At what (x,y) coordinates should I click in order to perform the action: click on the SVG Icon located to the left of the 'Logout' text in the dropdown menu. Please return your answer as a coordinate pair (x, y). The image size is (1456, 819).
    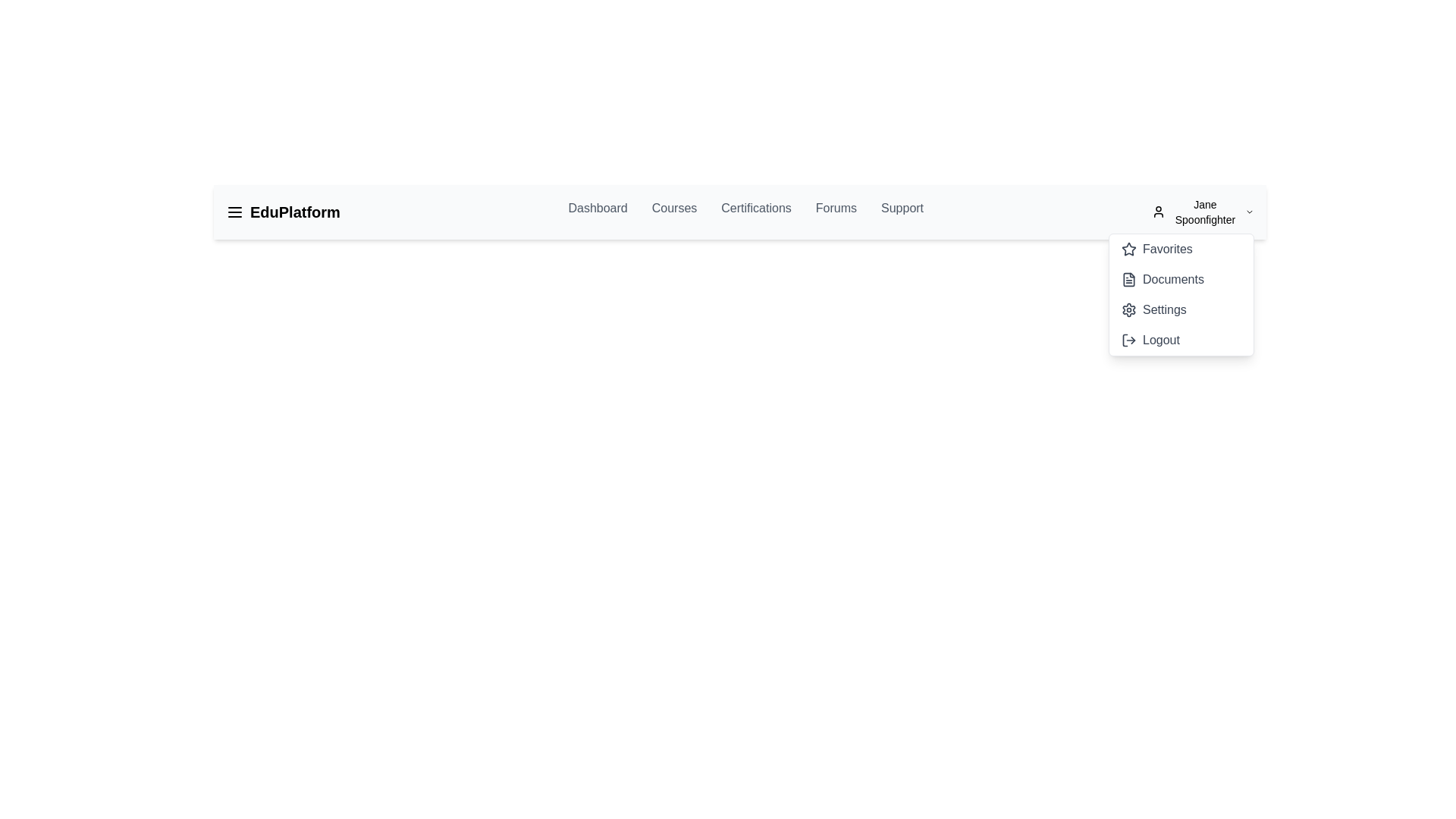
    Looking at the image, I should click on (1128, 339).